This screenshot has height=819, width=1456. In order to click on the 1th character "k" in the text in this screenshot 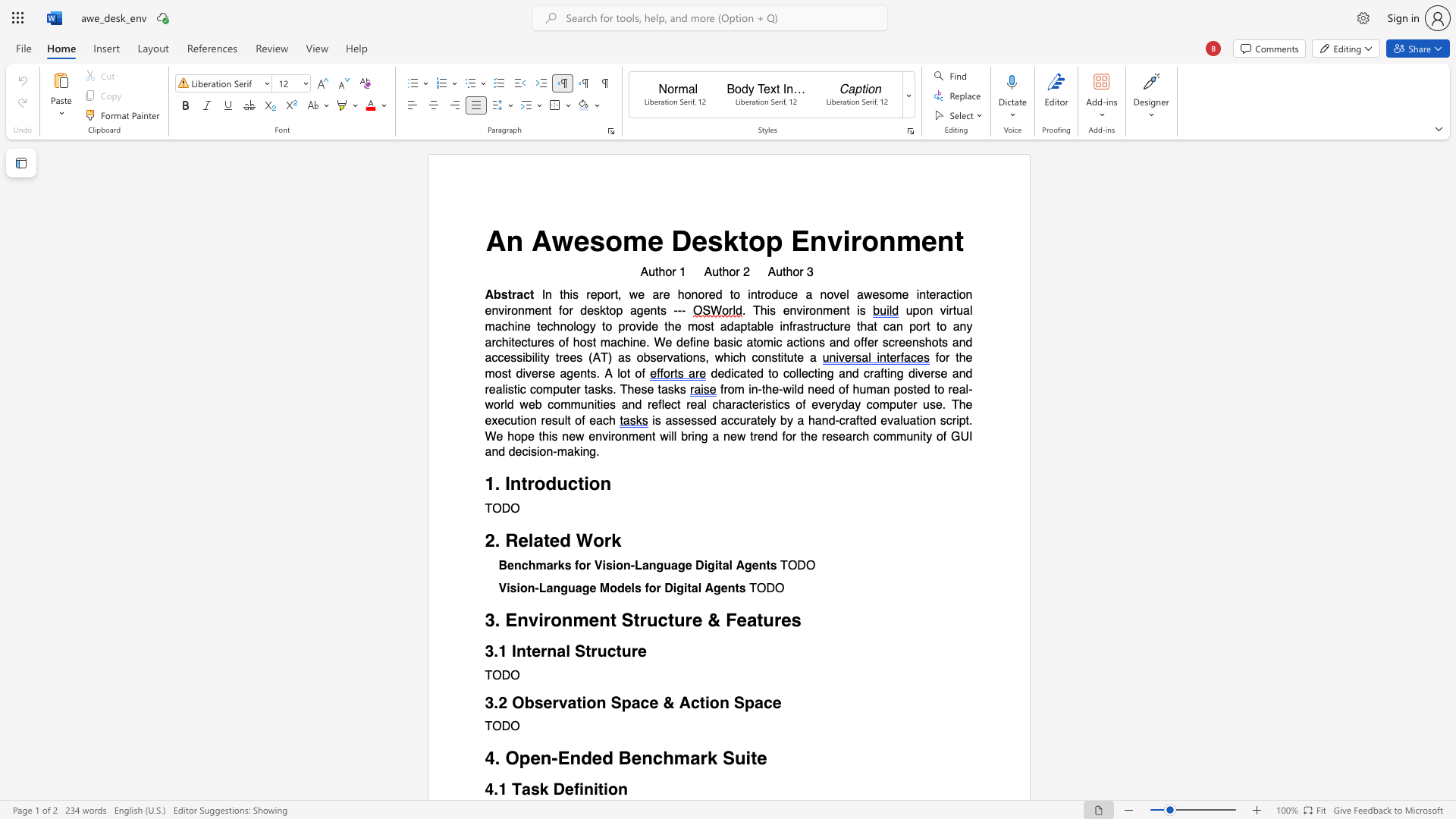, I will do `click(616, 540)`.